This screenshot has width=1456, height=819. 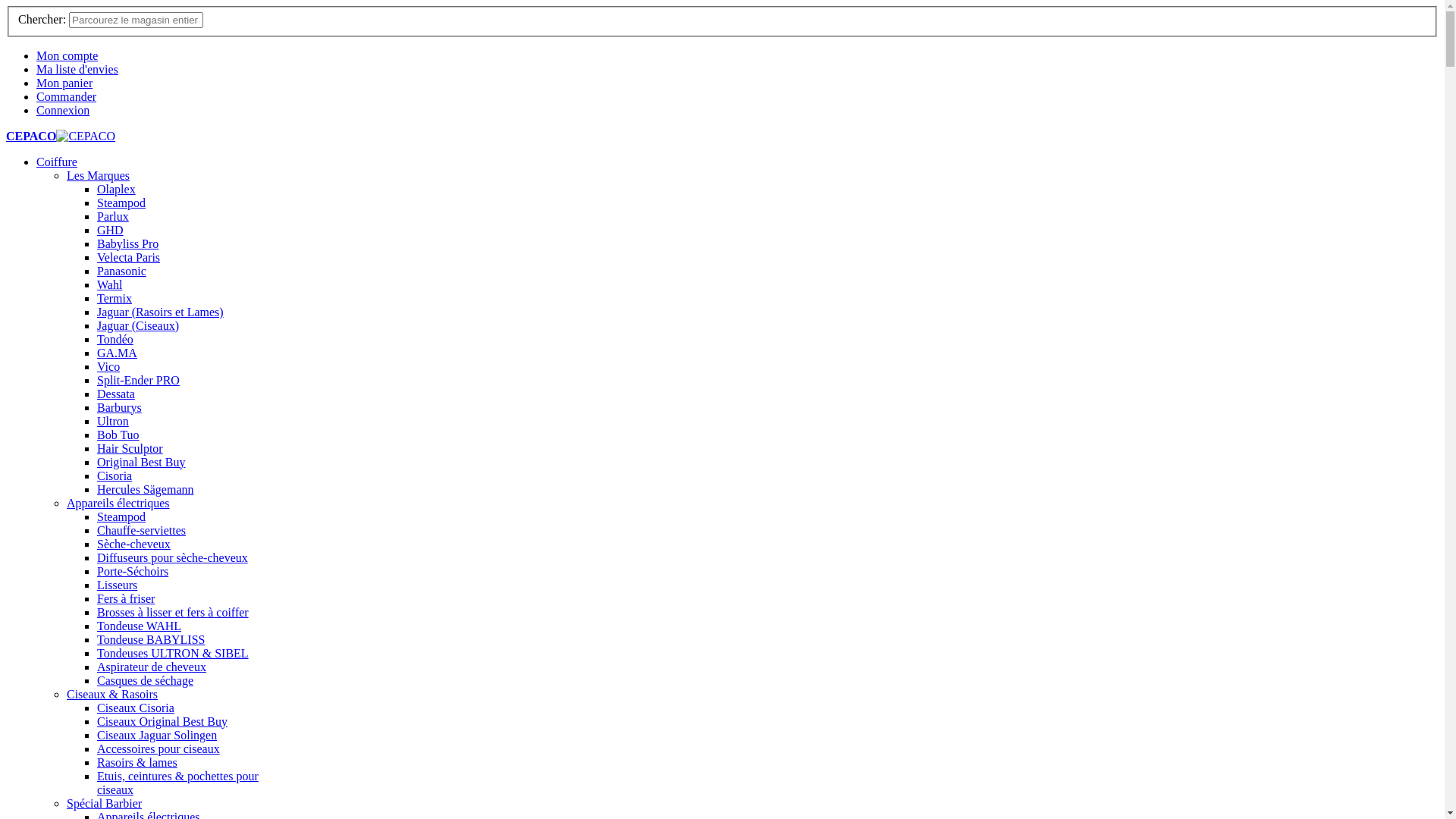 I want to click on 'Tondeuse BABYLISS', so click(x=96, y=639).